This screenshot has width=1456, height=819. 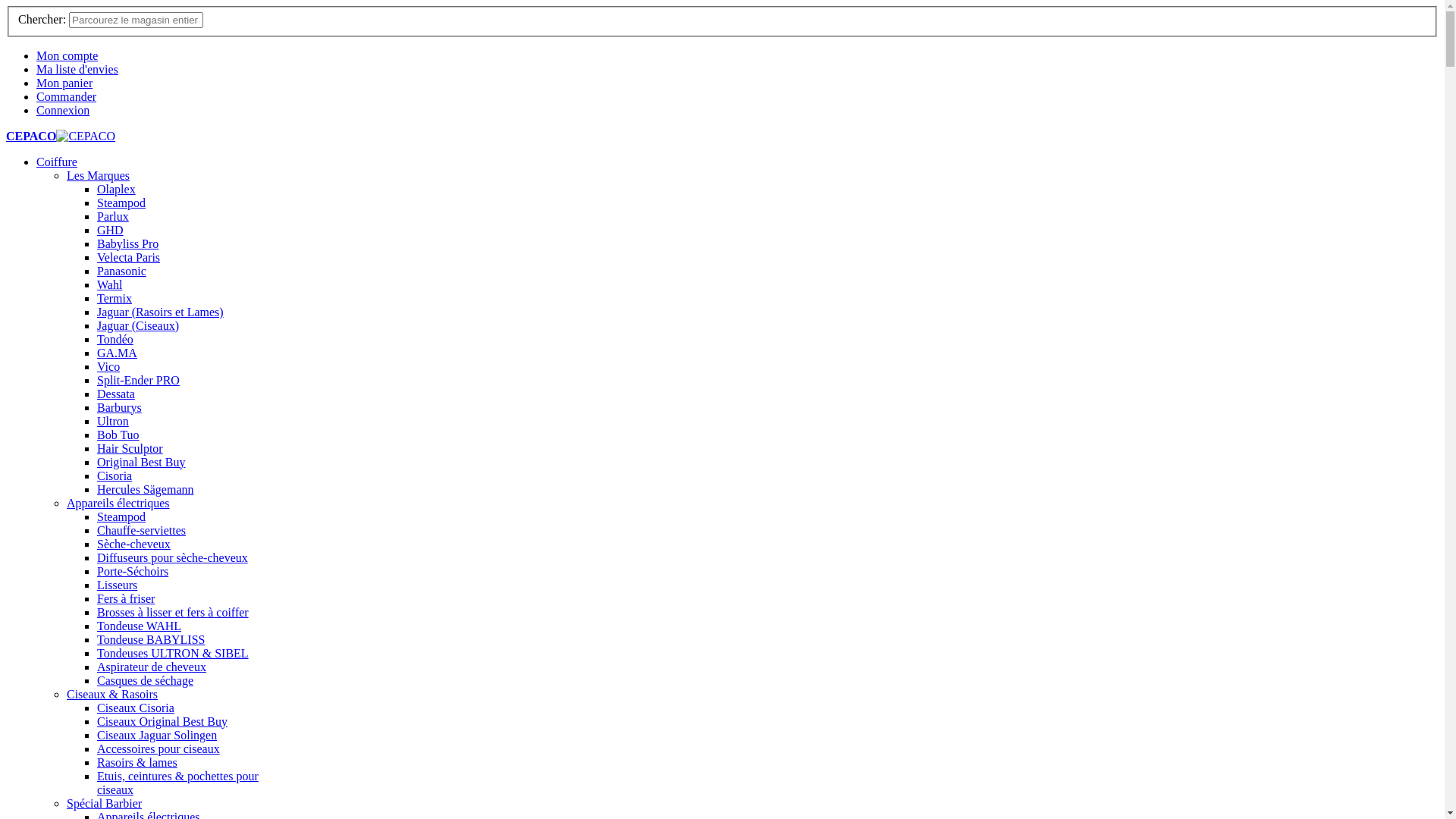 I want to click on 'Tondeuse BABYLISS', so click(x=96, y=639).